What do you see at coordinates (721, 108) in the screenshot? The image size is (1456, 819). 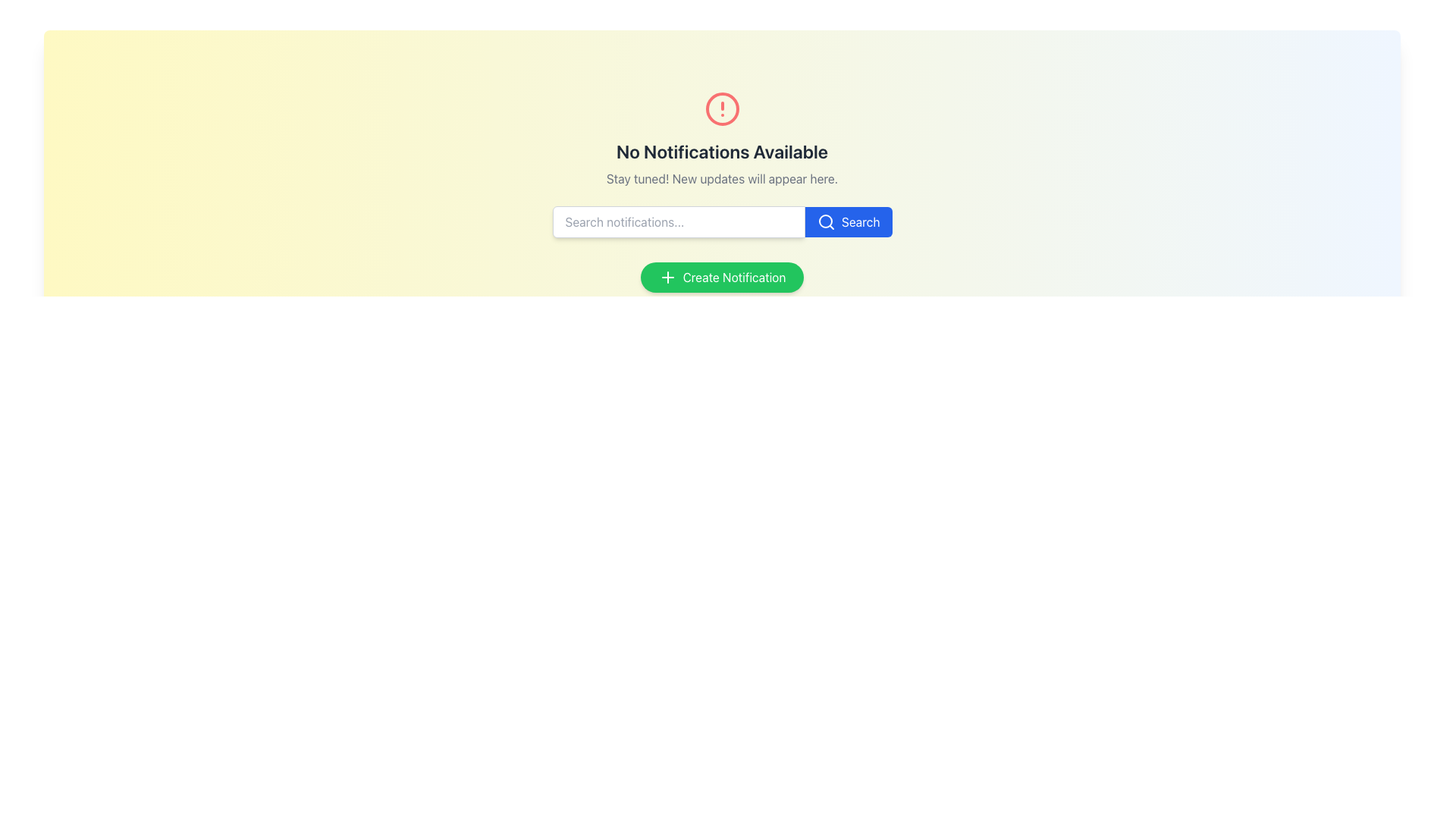 I see `the alert icon that indicates no notifications are available, centrally positioned above the 'No Notifications Available' text` at bounding box center [721, 108].